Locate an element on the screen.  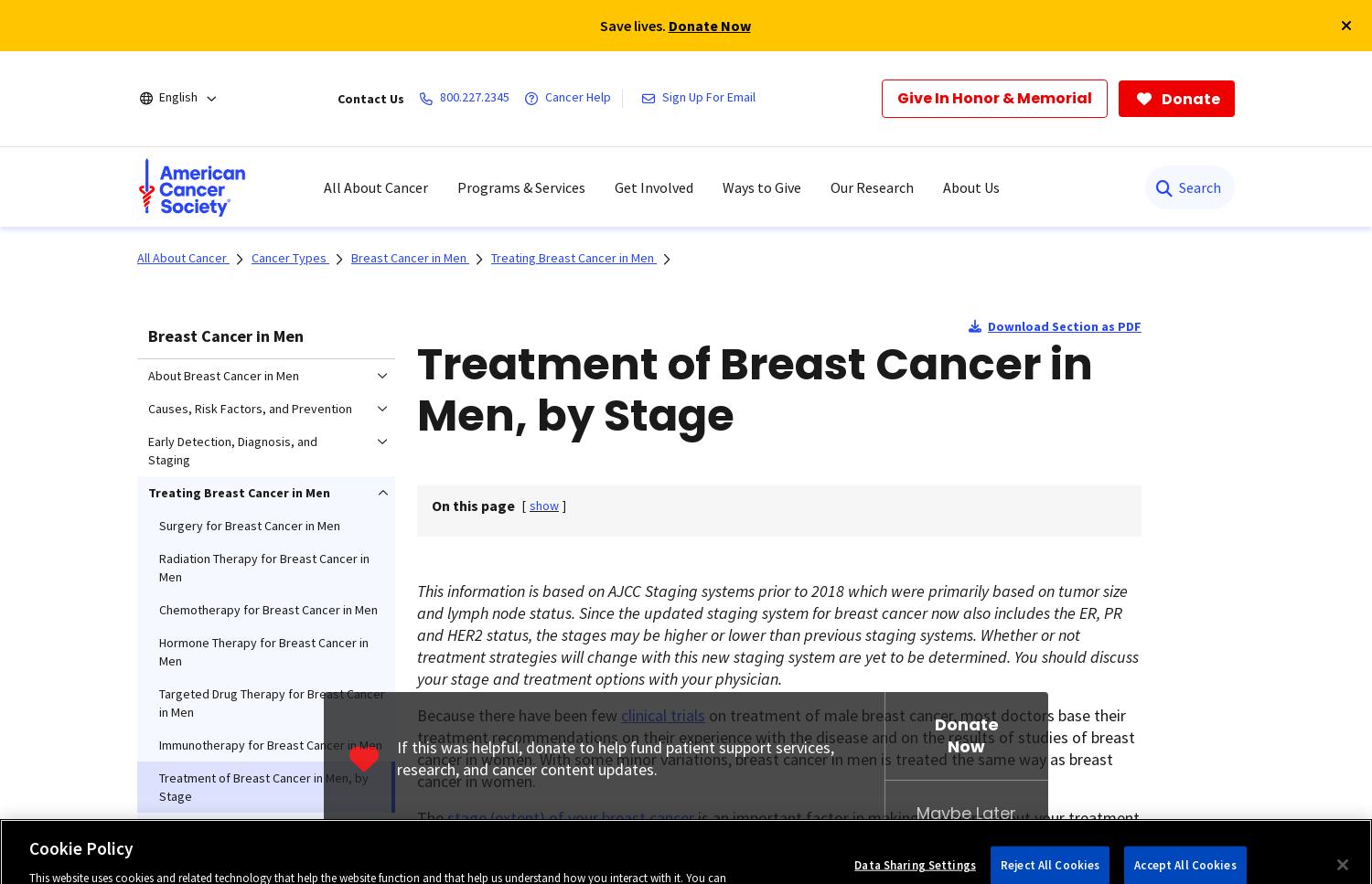
'clinical trials' is located at coordinates (661, 714).